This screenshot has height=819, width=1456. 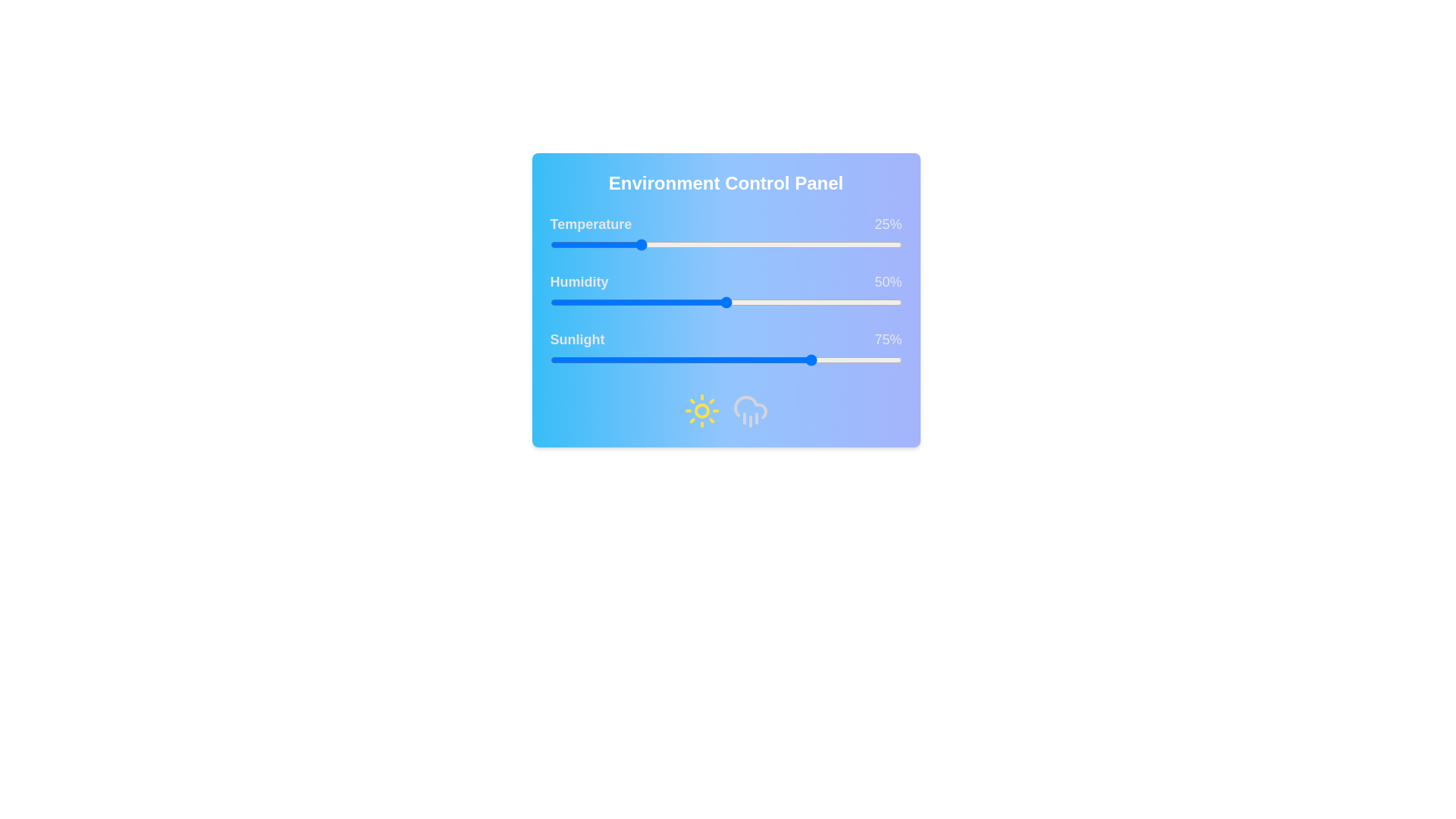 I want to click on the CloudRain icon located in the Environment Control Panel, so click(x=750, y=411).